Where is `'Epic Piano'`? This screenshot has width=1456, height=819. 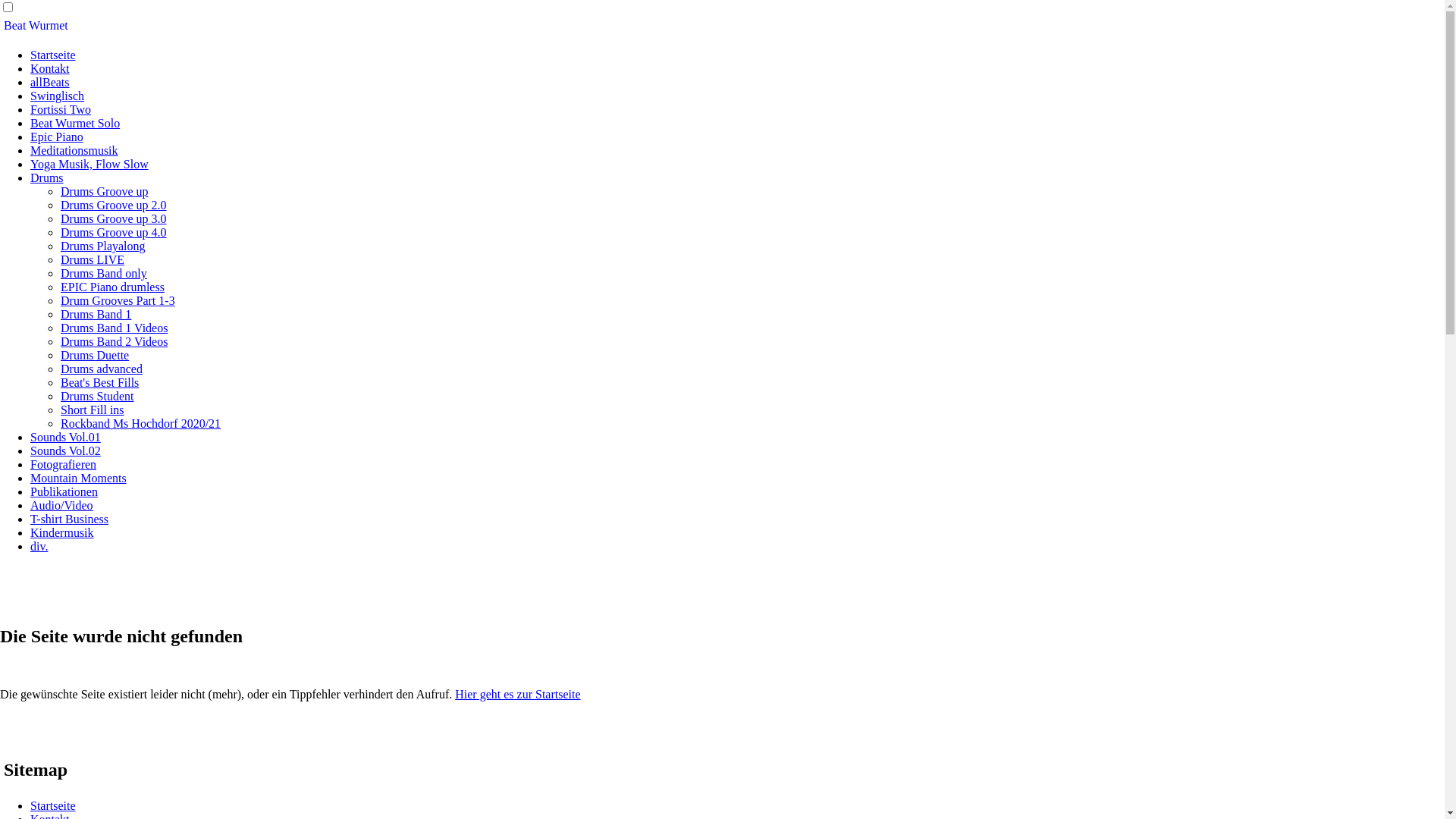 'Epic Piano' is located at coordinates (57, 136).